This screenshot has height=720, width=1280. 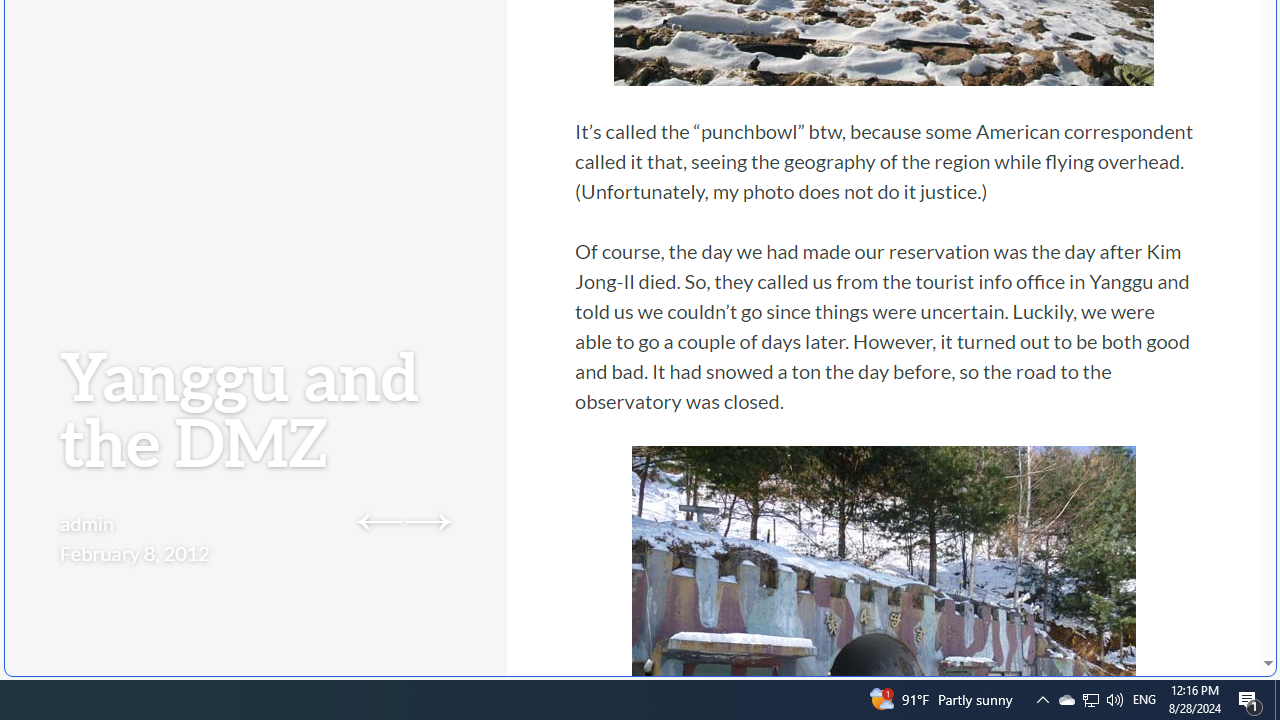 I want to click on 'admin', so click(x=86, y=522).